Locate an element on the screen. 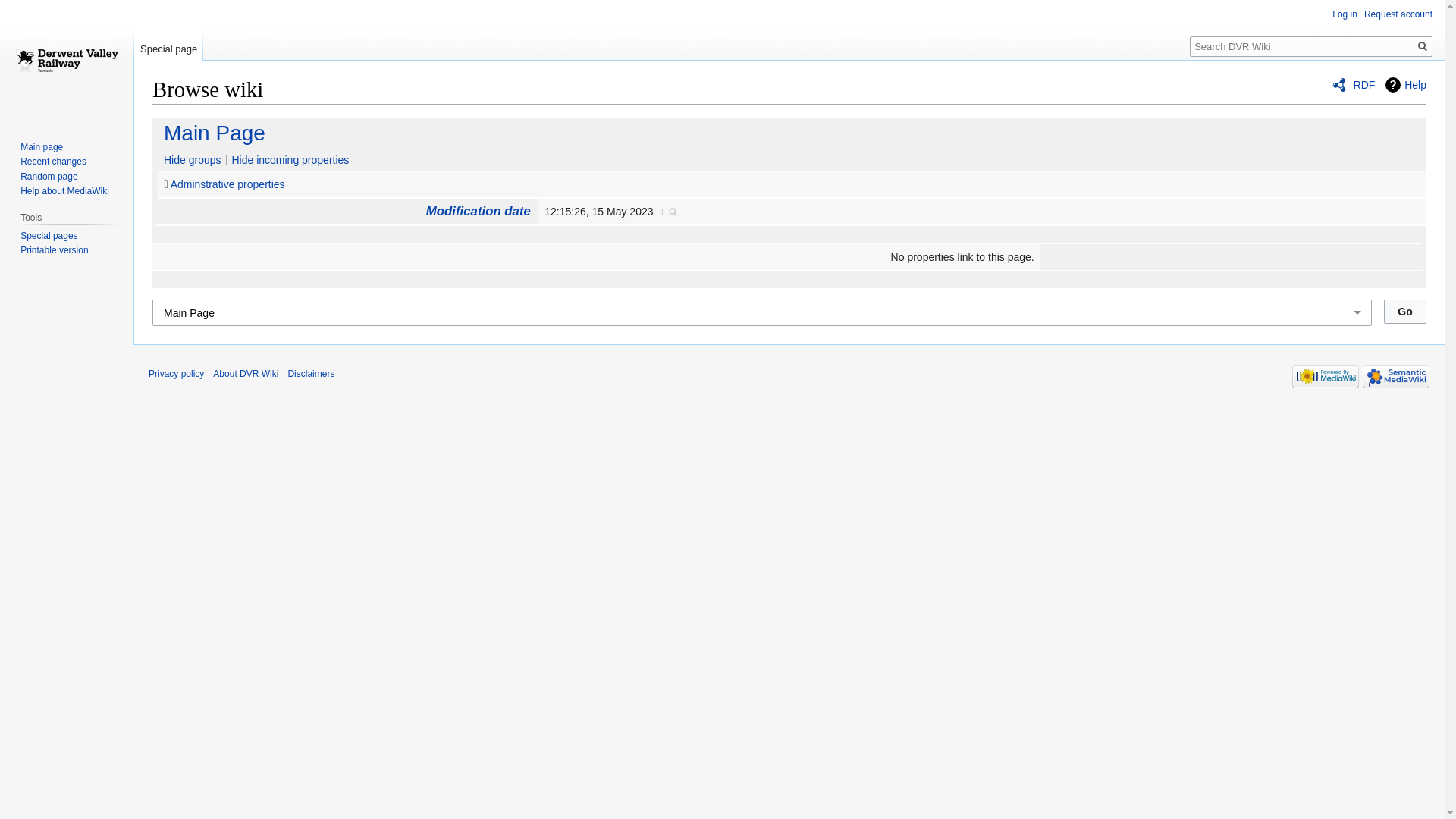 This screenshot has width=1456, height=819. 'Adminstrative properties' is located at coordinates (171, 184).